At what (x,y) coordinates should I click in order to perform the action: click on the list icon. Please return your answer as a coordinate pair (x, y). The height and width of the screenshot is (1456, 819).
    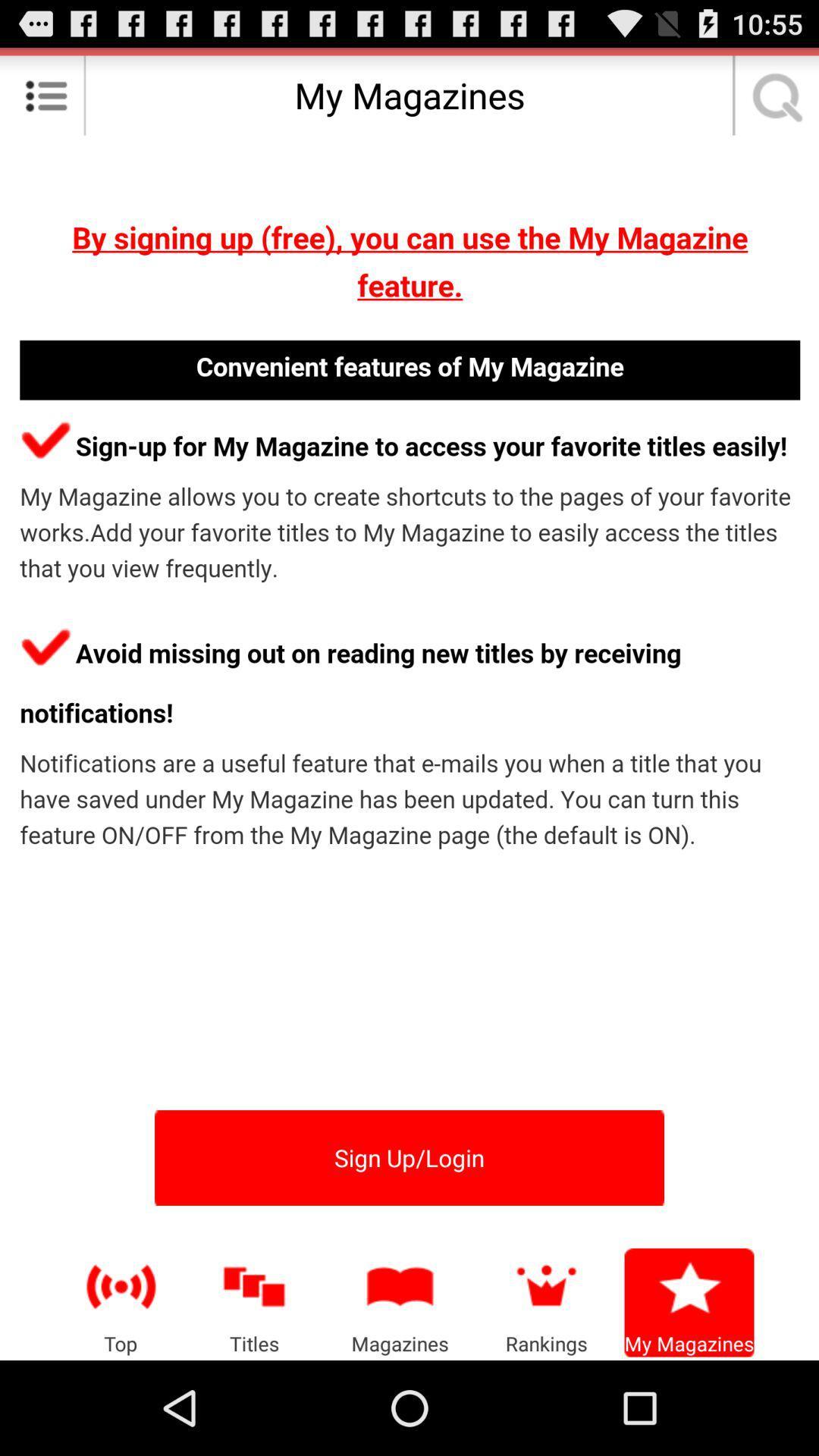
    Looking at the image, I should click on (45, 101).